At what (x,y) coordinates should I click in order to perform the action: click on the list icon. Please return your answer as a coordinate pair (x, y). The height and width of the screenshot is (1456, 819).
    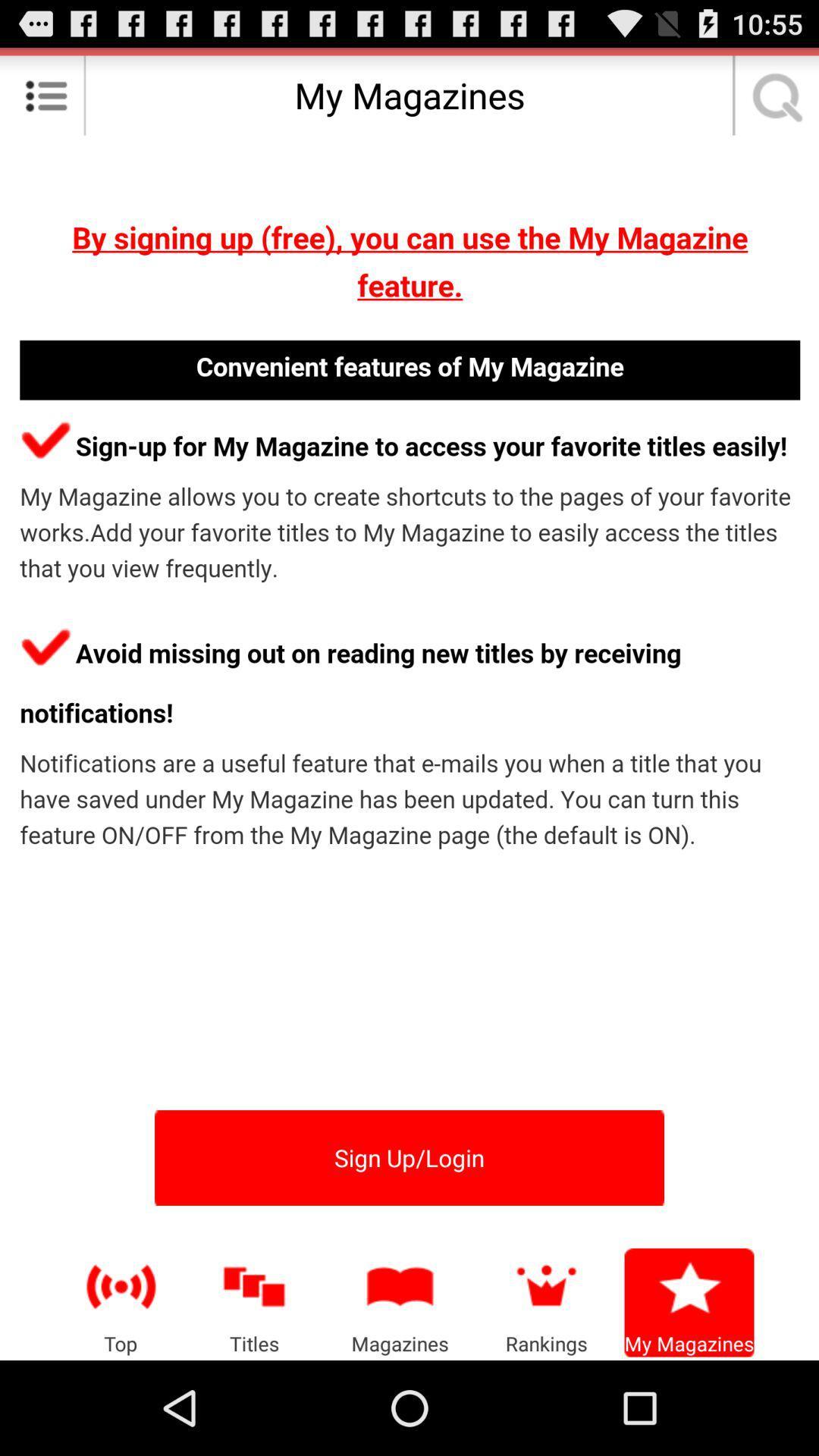
    Looking at the image, I should click on (45, 101).